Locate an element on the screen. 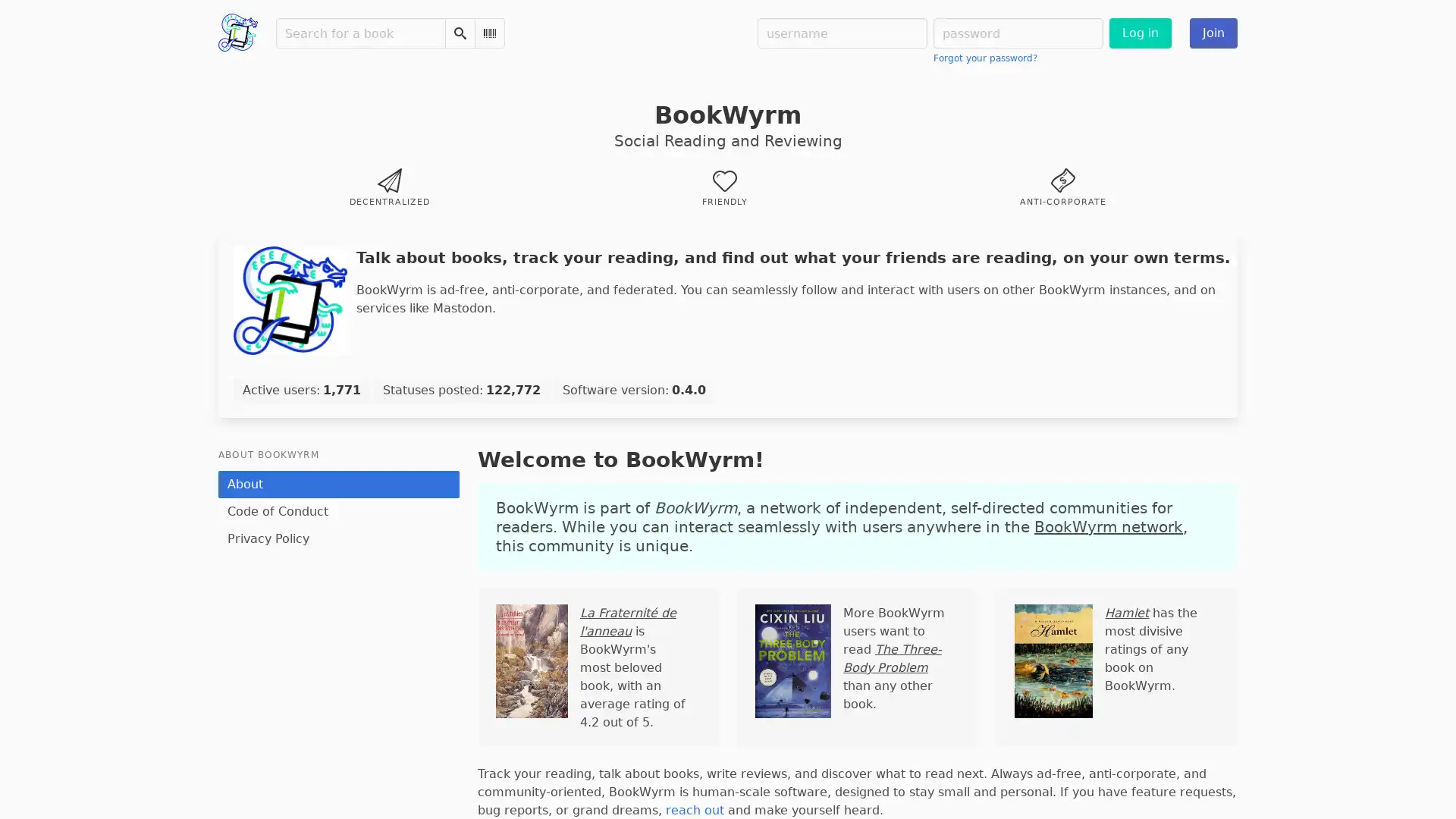 The width and height of the screenshot is (1456, 819). Log in is located at coordinates (1140, 33).